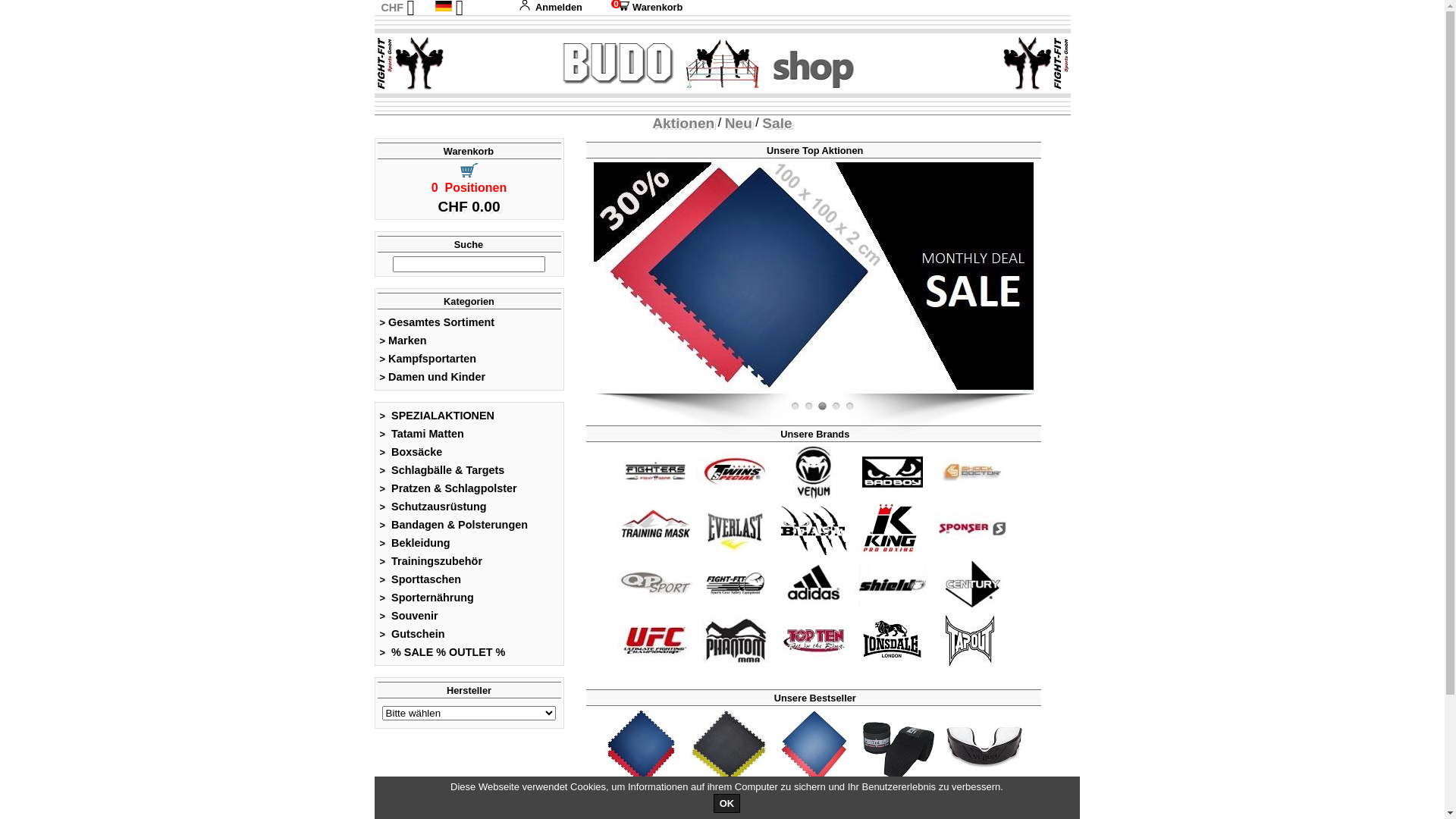 Image resolution: width=1456 pixels, height=819 pixels. I want to click on 'Neu', so click(739, 122).